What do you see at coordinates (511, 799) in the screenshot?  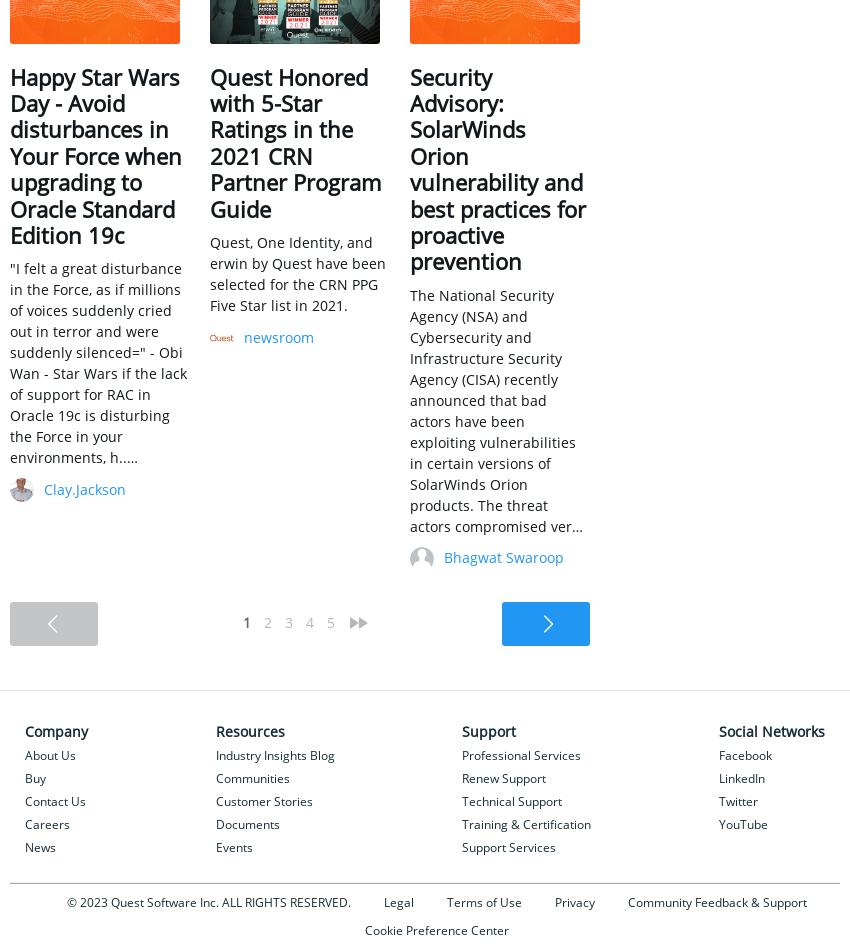 I see `'Technical Support'` at bounding box center [511, 799].